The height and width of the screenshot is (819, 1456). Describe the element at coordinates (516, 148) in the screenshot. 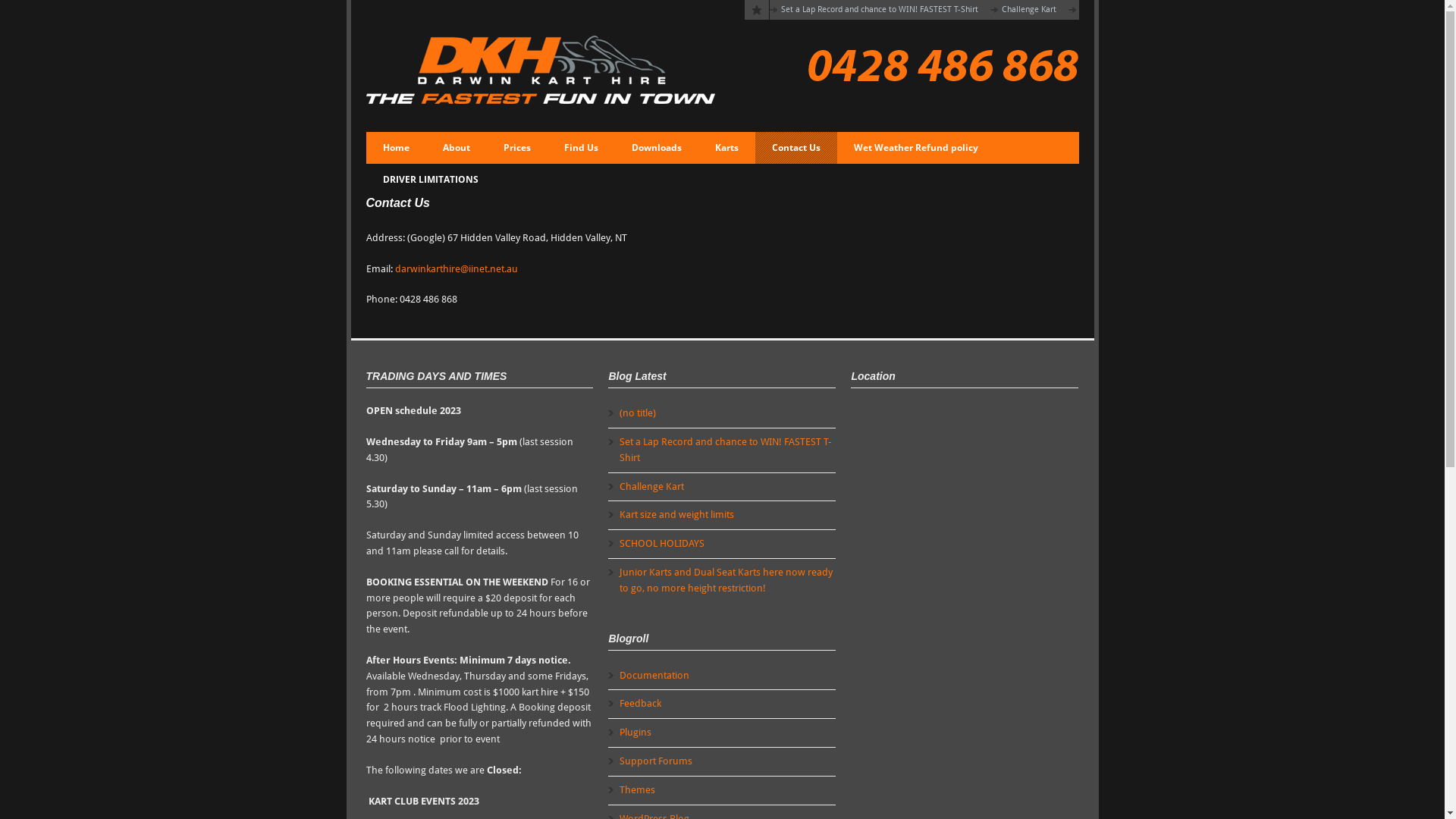

I see `'Prices'` at that location.